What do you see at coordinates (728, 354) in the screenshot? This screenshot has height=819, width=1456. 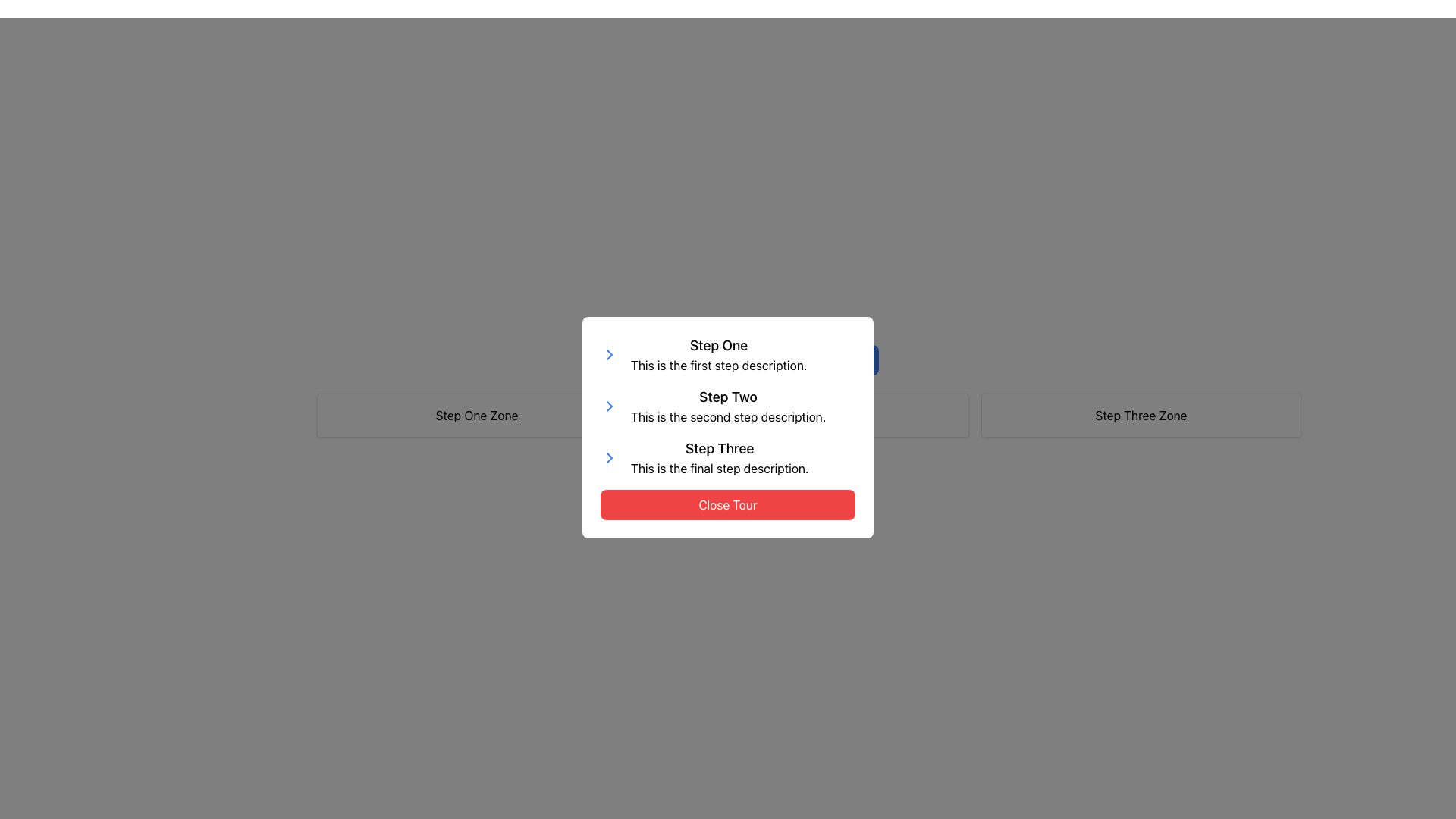 I see `the first Text block with accompanying icon in the modal dialog box` at bounding box center [728, 354].